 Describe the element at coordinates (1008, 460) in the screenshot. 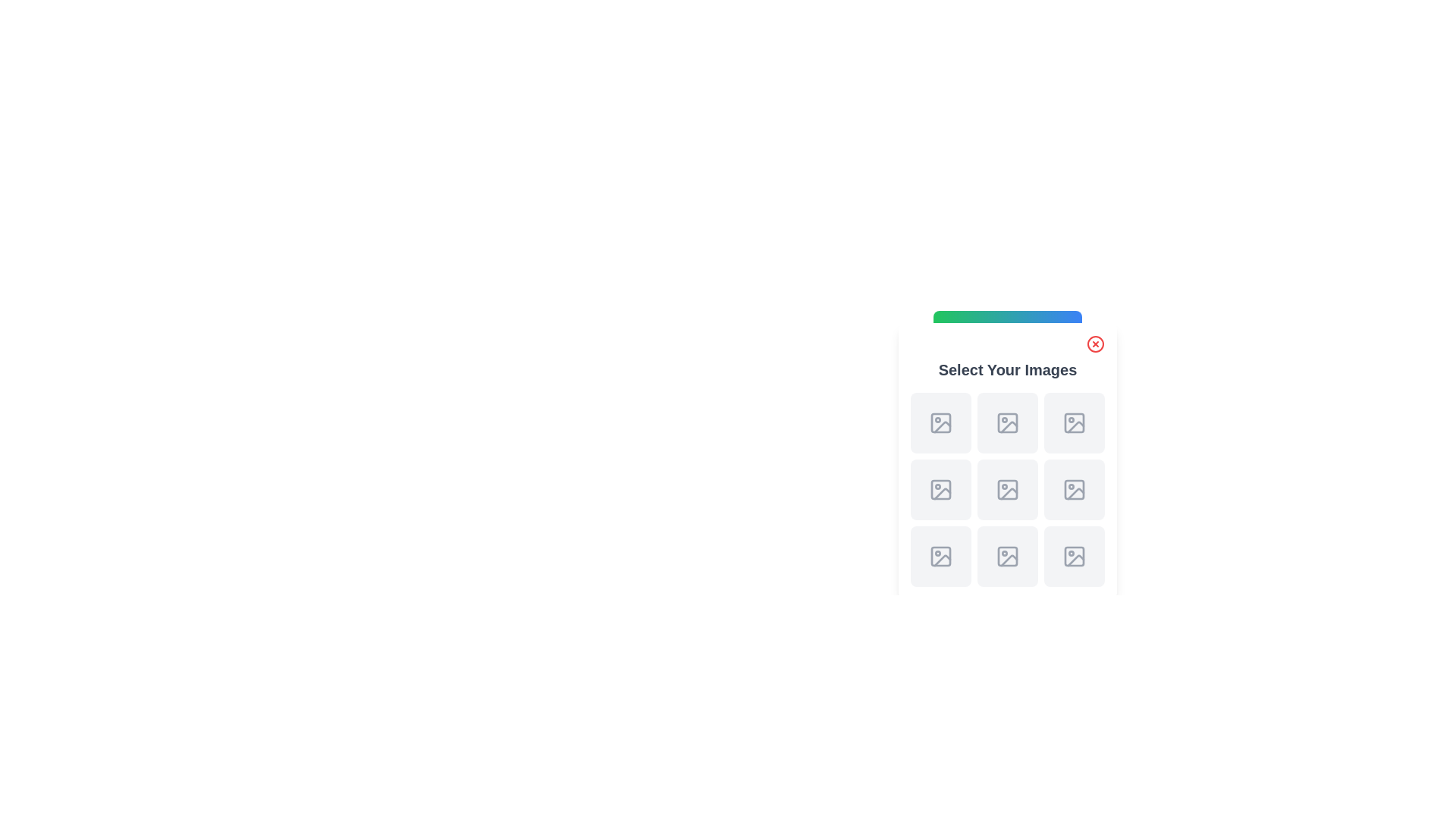

I see `the image placeholder in the popup card titled 'Select Your Images'` at that location.